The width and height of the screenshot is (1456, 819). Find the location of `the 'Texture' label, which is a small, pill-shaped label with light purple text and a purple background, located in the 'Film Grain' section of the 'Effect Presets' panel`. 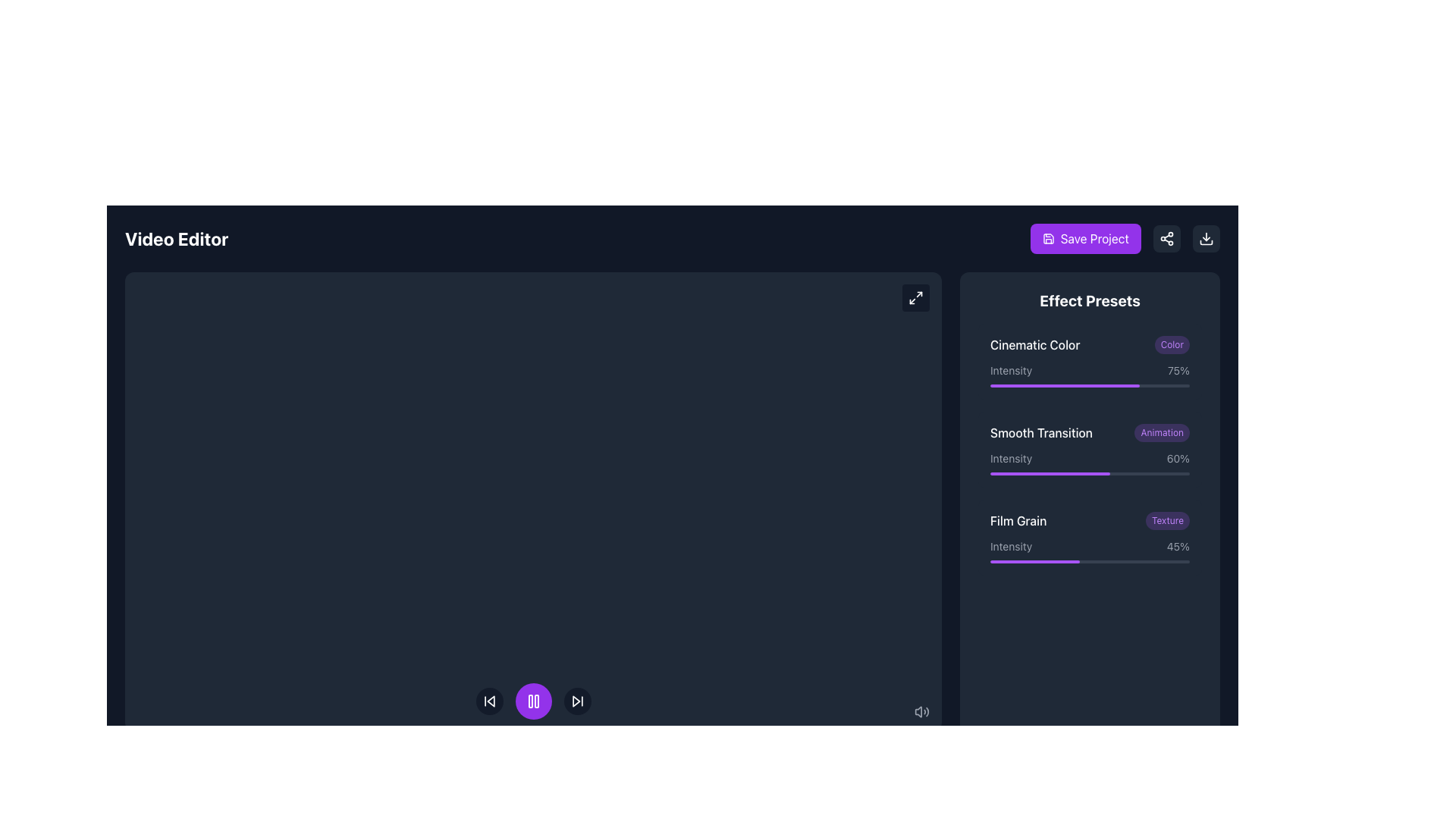

the 'Texture' label, which is a small, pill-shaped label with light purple text and a purple background, located in the 'Film Grain' section of the 'Effect Presets' panel is located at coordinates (1167, 519).